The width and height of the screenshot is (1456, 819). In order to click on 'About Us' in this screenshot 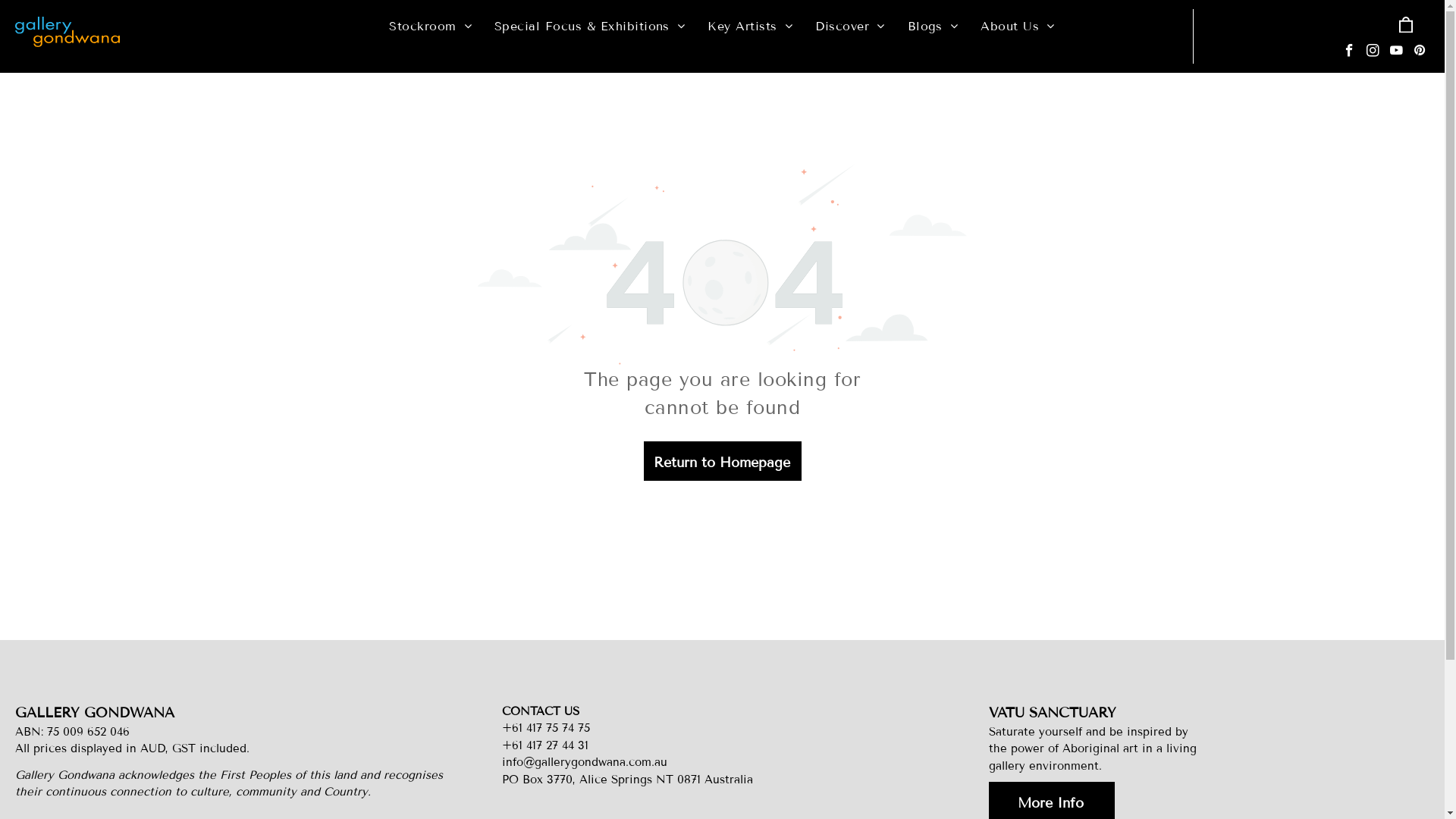, I will do `click(968, 26)`.